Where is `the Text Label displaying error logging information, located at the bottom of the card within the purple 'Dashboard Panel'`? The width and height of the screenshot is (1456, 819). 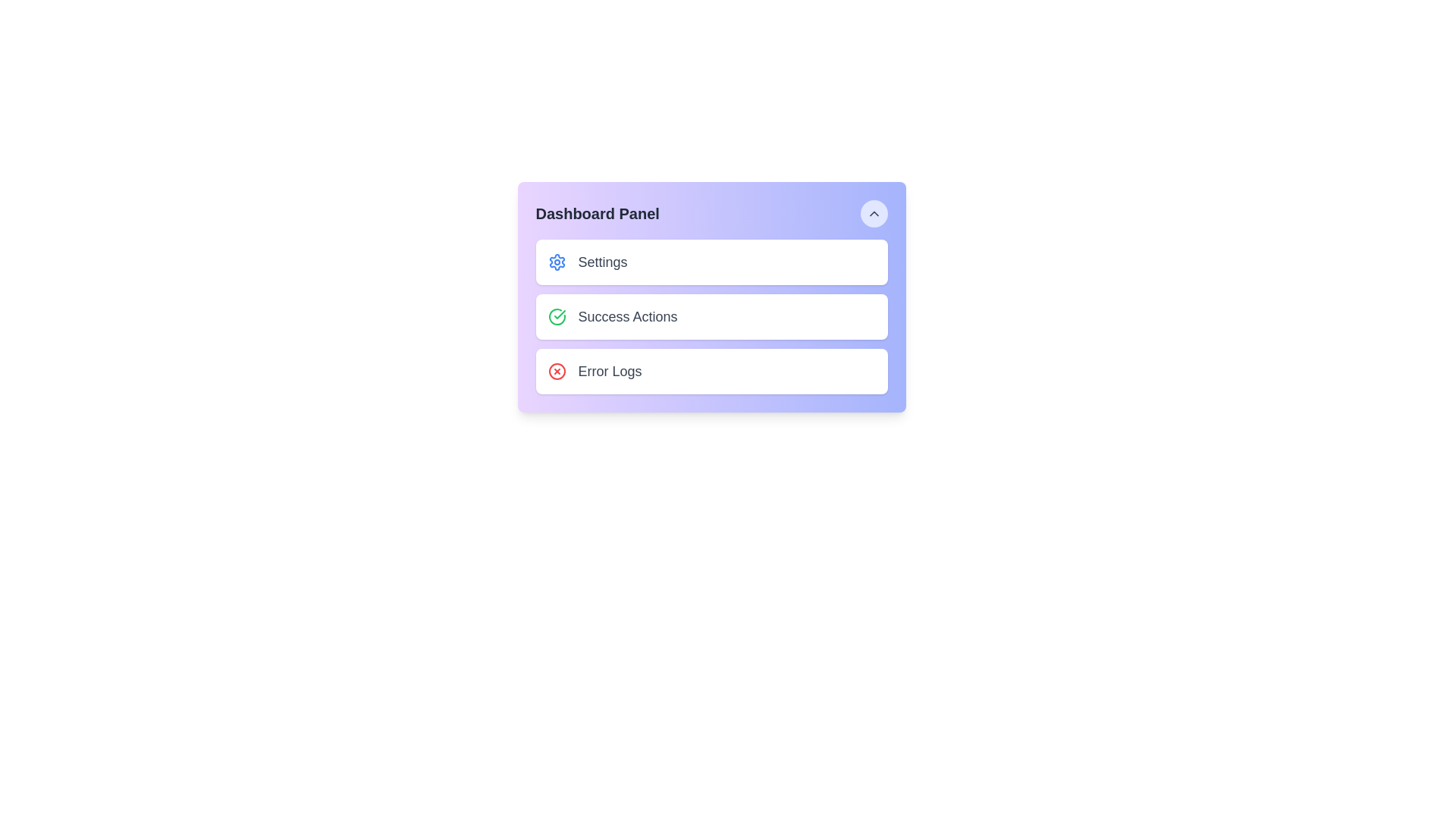
the Text Label displaying error logging information, located at the bottom of the card within the purple 'Dashboard Panel' is located at coordinates (610, 371).